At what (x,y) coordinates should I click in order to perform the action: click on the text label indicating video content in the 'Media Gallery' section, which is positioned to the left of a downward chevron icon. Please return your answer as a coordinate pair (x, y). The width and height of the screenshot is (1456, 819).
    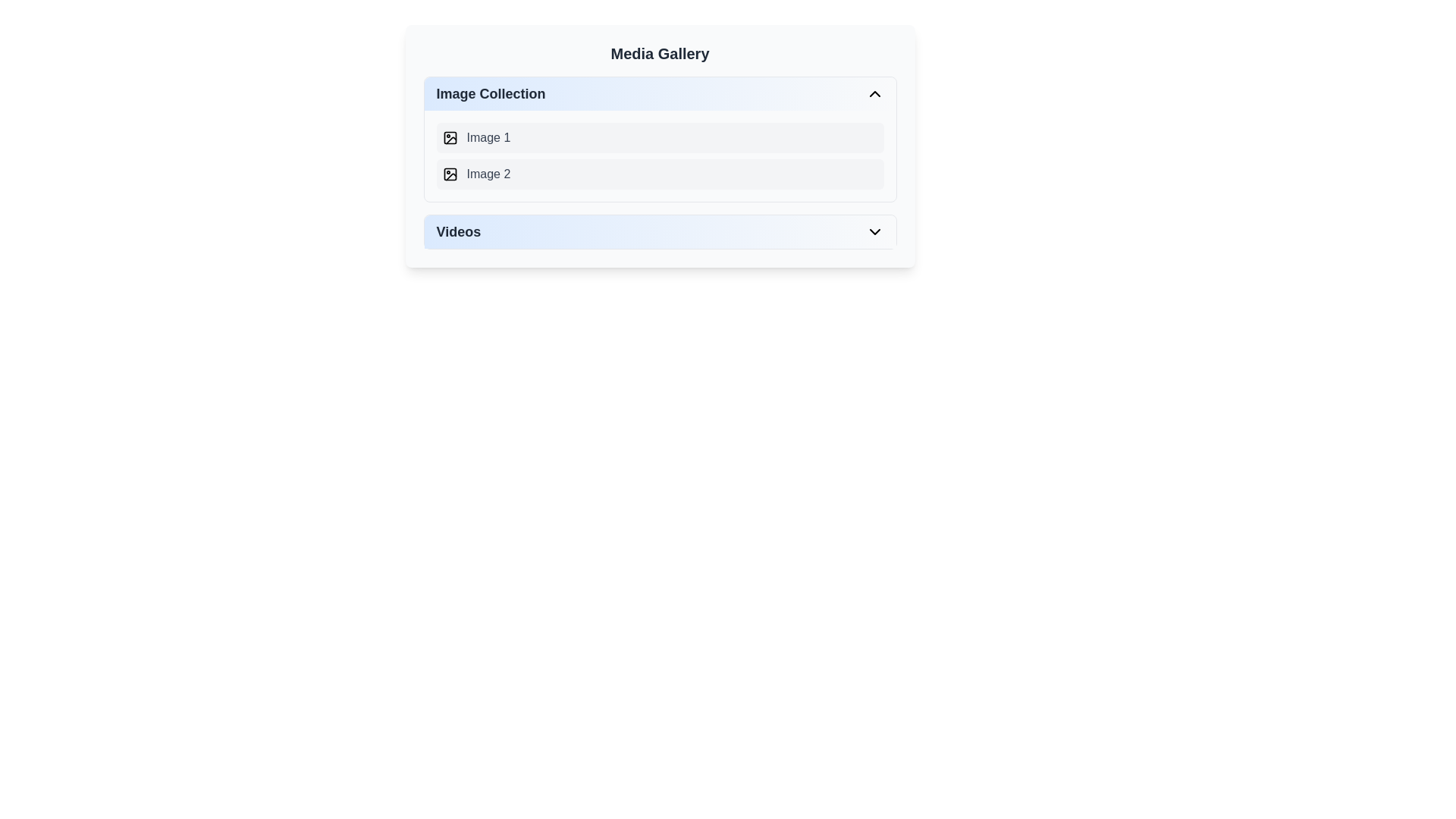
    Looking at the image, I should click on (457, 231).